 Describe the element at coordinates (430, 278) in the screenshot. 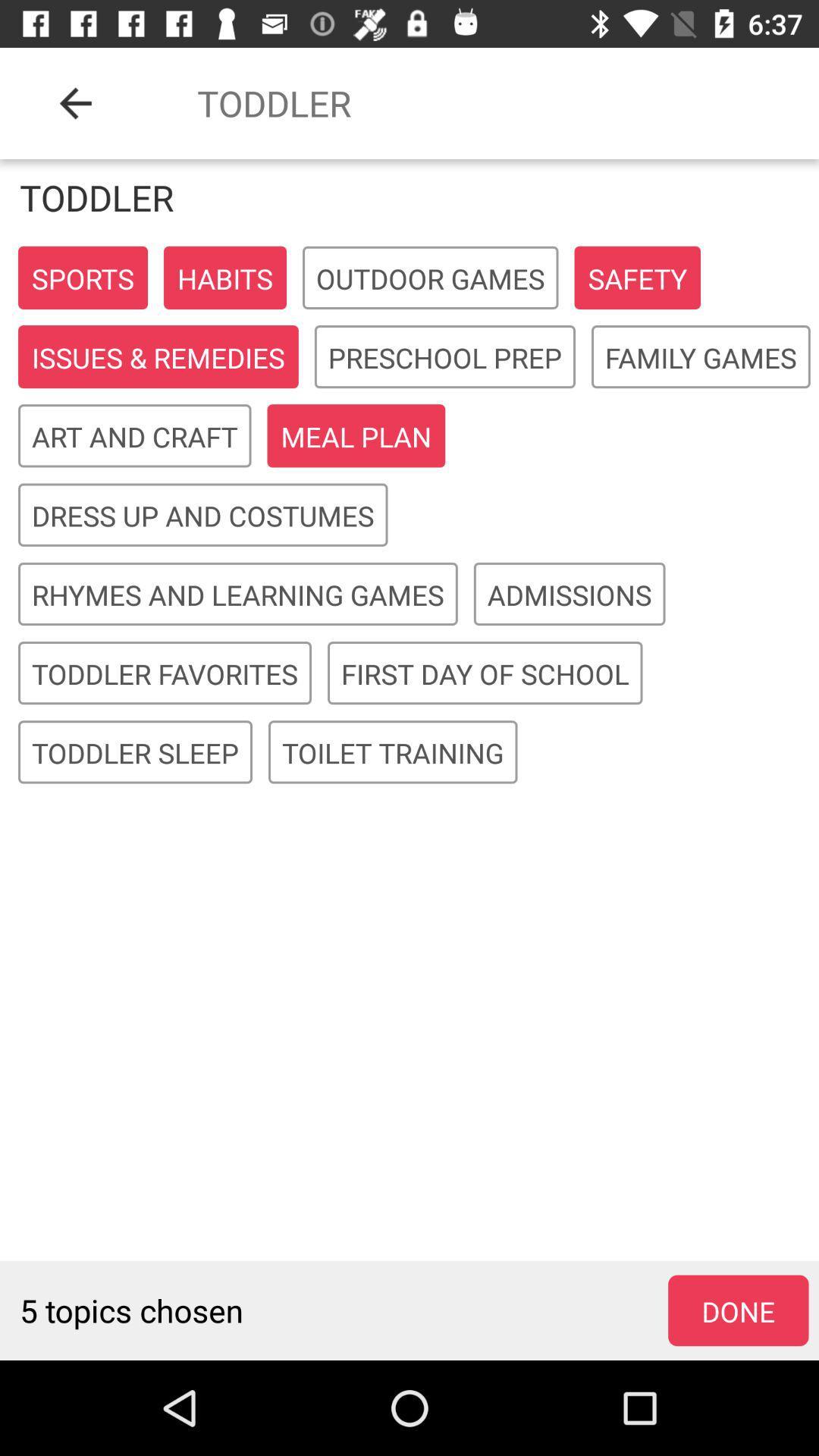

I see `tap on the box that reads outdoor games` at that location.